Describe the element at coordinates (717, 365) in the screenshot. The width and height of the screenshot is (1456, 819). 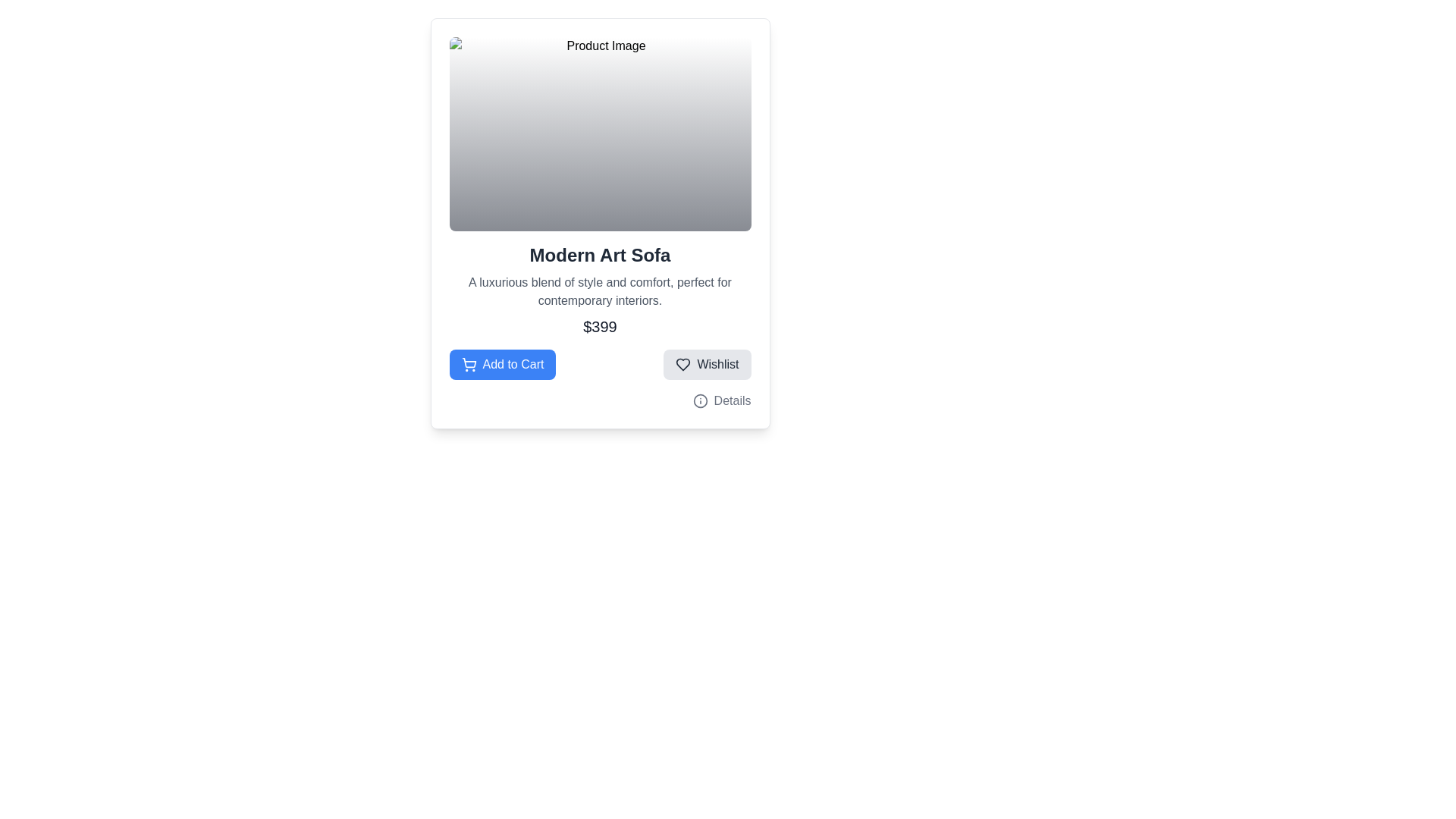
I see `the text label within the button that indicates the purpose of adding the product to a wishlist` at that location.